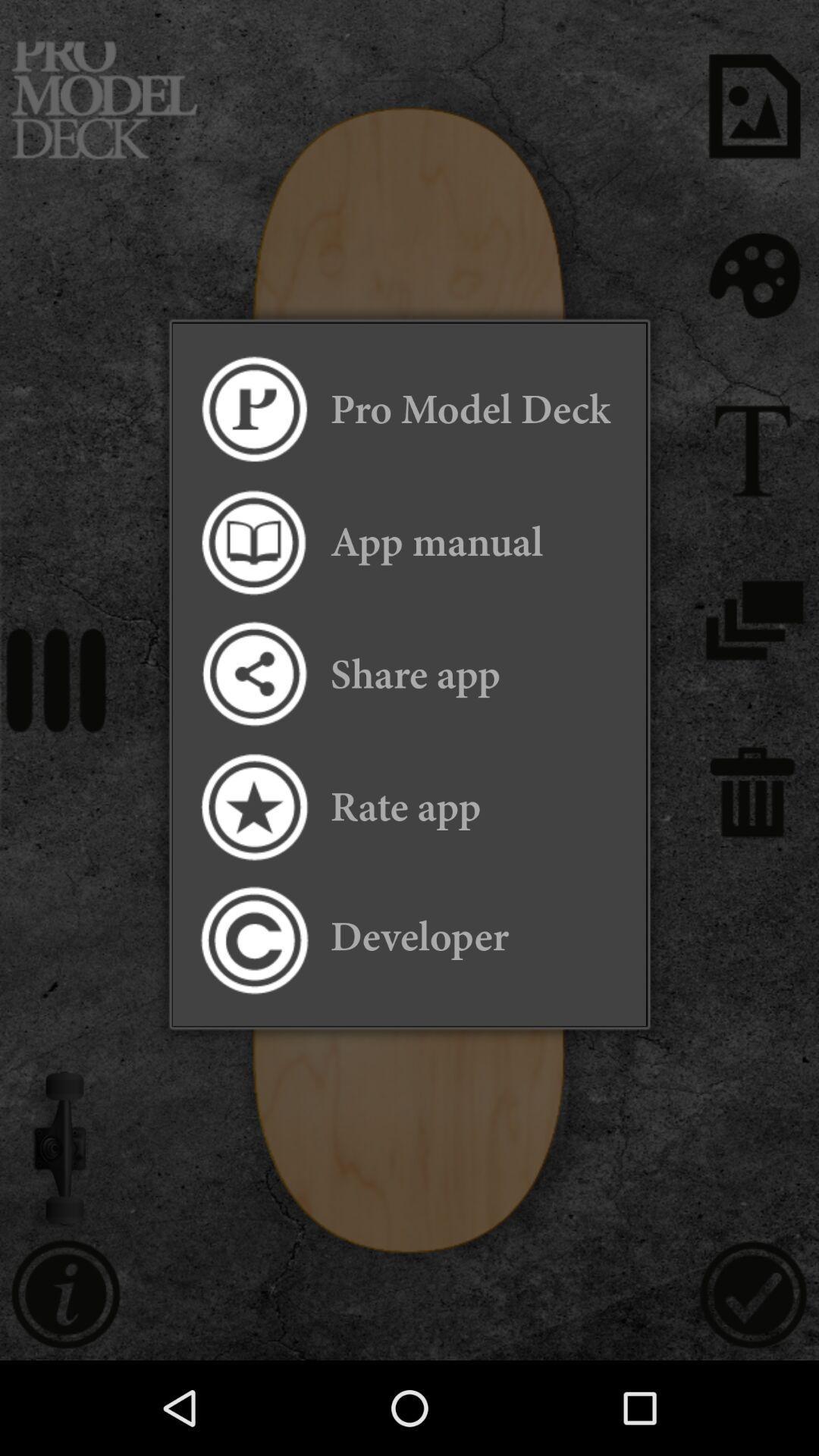  Describe the element at coordinates (253, 939) in the screenshot. I see `item to the left of the developer item` at that location.